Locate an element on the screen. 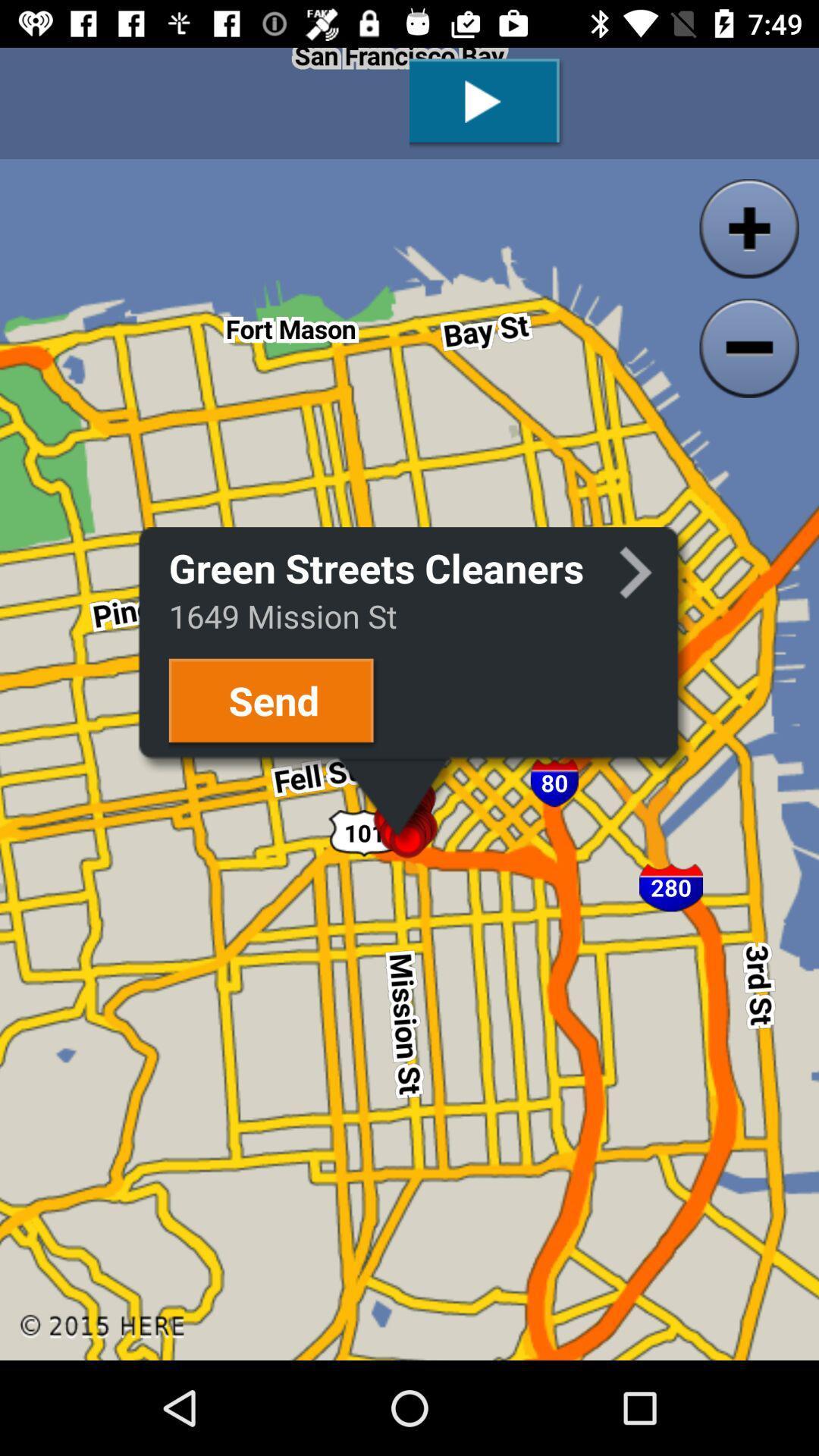 The width and height of the screenshot is (819, 1456). the arrow_forward icon is located at coordinates (635, 573).